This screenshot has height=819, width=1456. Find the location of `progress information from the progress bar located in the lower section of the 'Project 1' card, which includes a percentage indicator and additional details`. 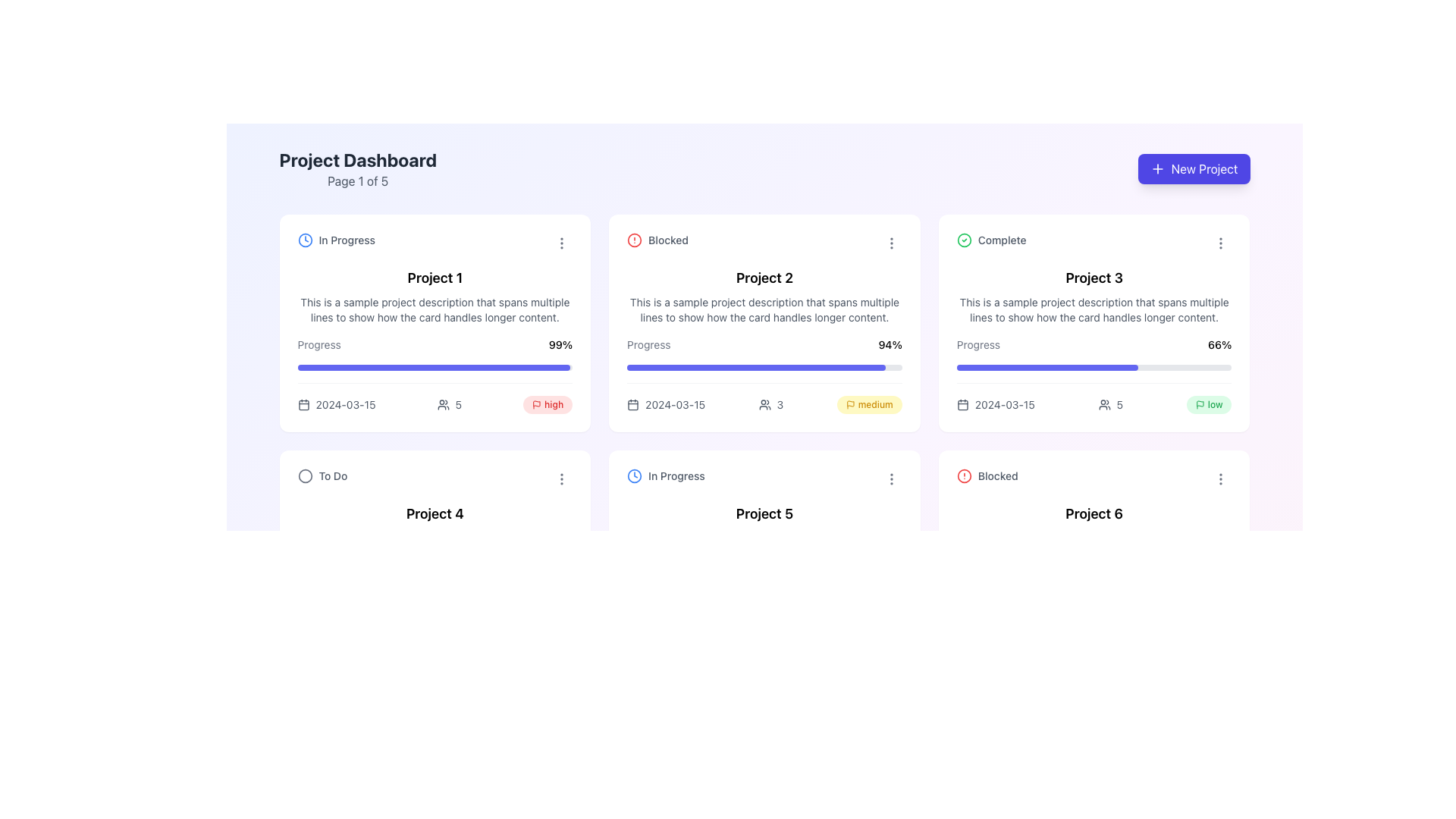

progress information from the progress bar located in the lower section of the 'Project 1' card, which includes a percentage indicator and additional details is located at coordinates (434, 375).